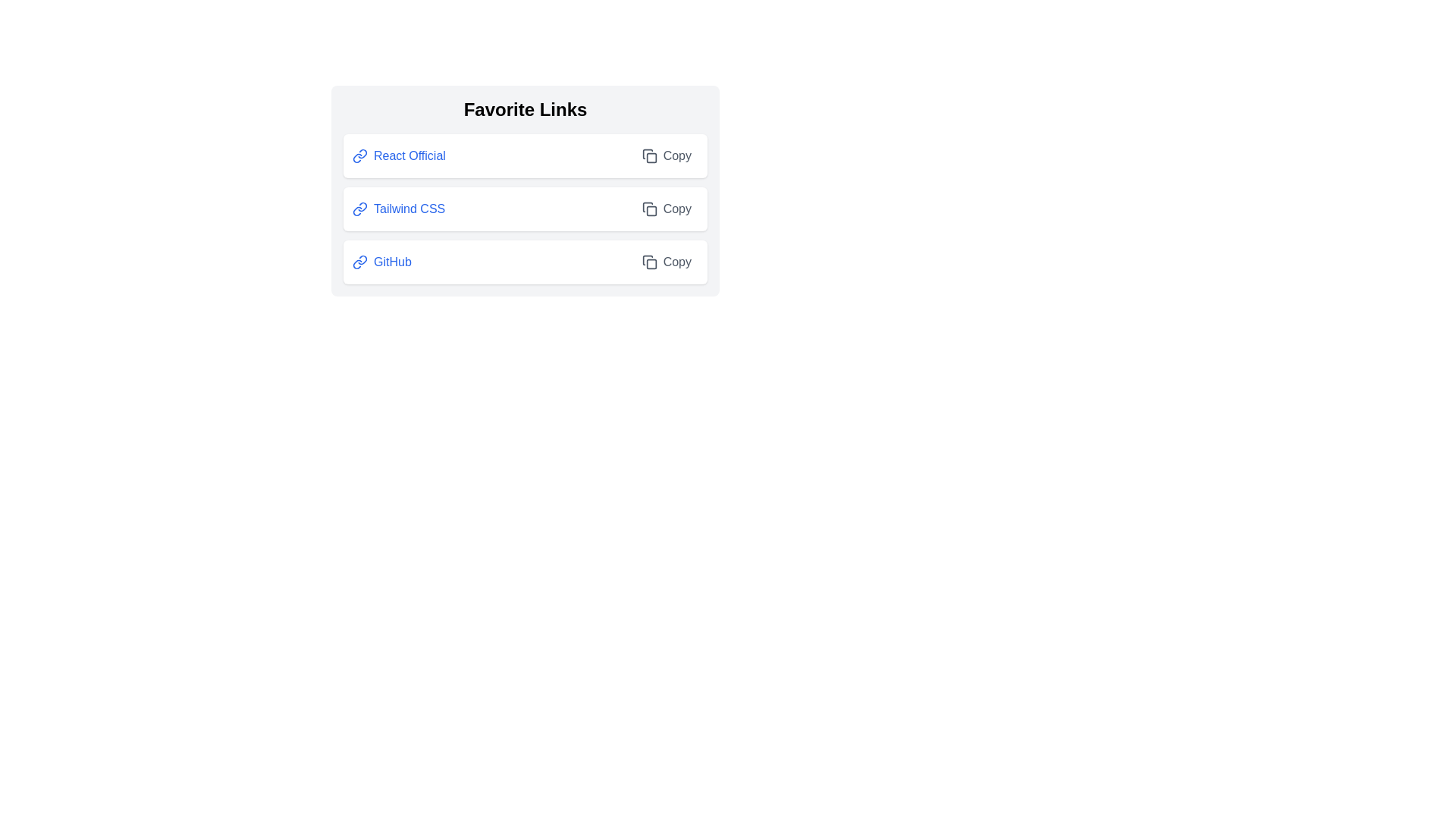 The image size is (1456, 819). I want to click on the 'Copy' text label, which is the rightmost text inside the 'Copy' button associated with 'GitHub', located beside an icon, so click(676, 262).